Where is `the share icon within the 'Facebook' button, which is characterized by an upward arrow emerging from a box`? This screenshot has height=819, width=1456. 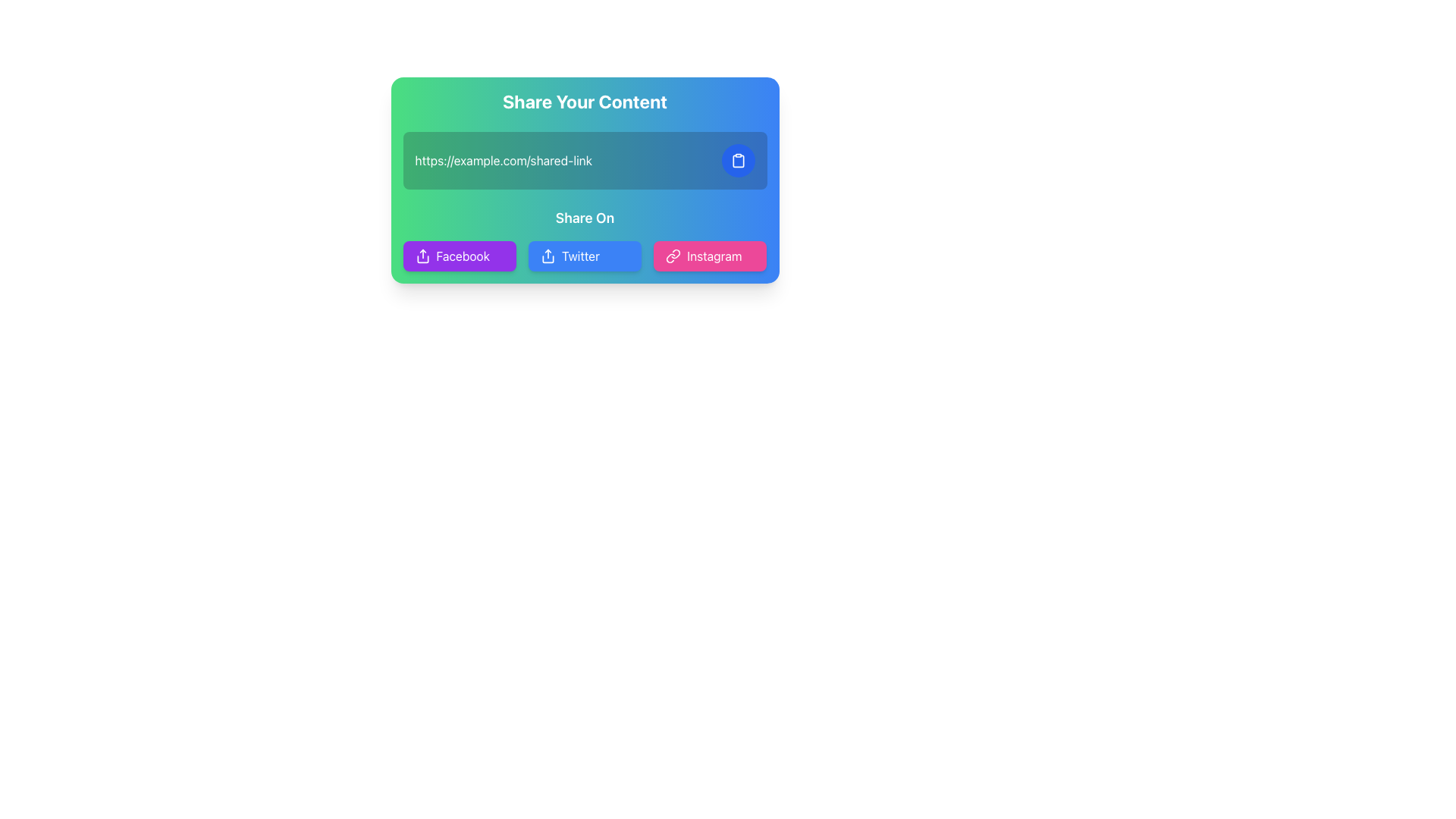
the share icon within the 'Facebook' button, which is characterized by an upward arrow emerging from a box is located at coordinates (422, 256).